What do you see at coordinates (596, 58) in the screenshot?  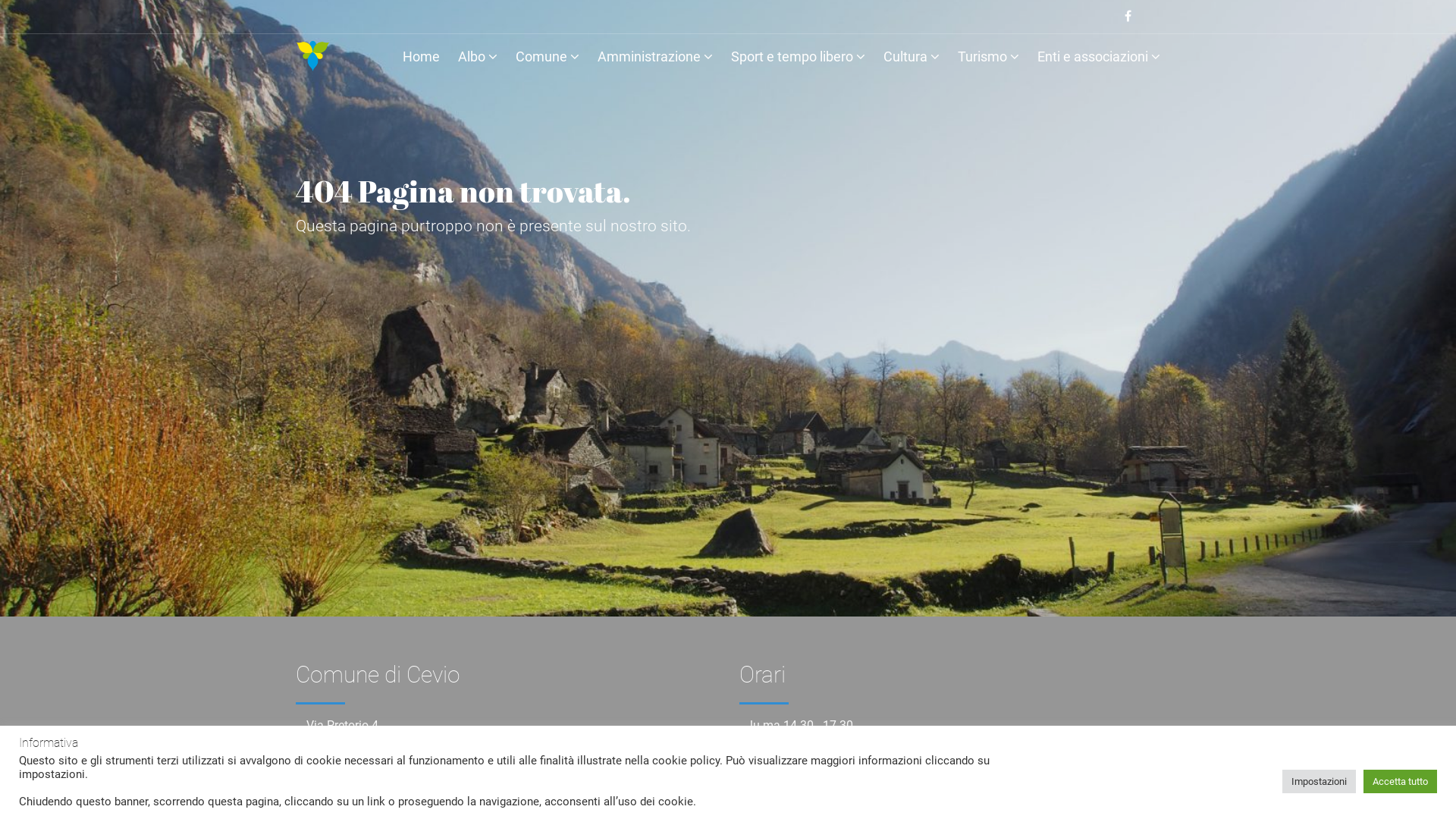 I see `'Amministrazione'` at bounding box center [596, 58].